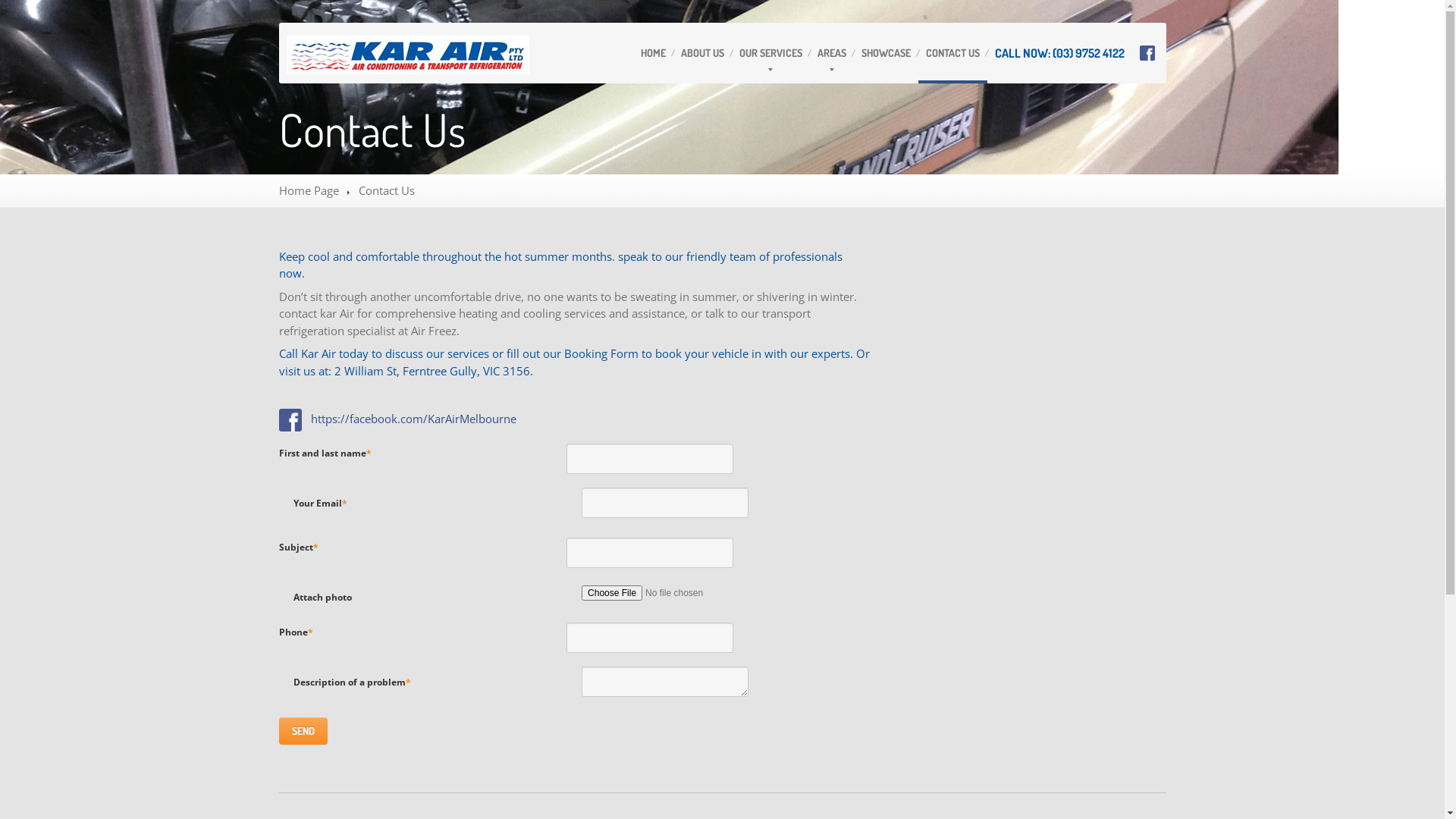 The width and height of the screenshot is (1456, 819). I want to click on 'CALL NOW: (03) 9752 4122', so click(987, 52).